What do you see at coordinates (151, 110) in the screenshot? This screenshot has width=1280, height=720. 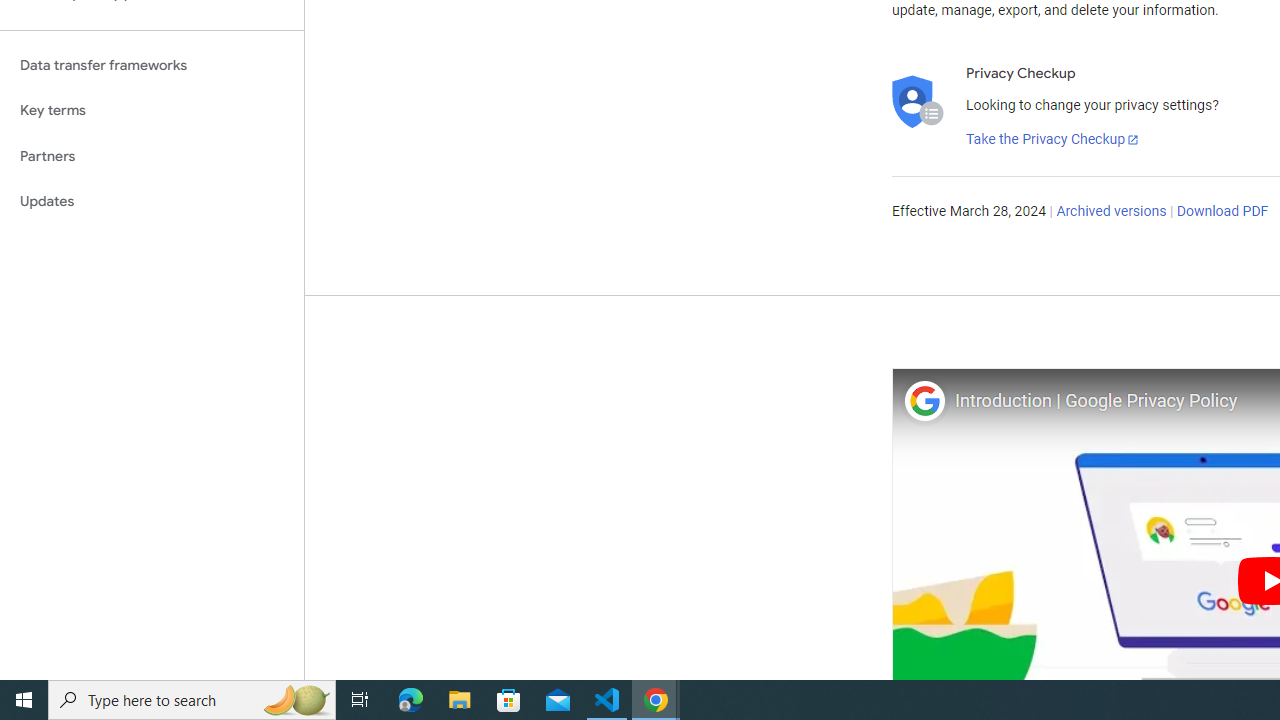 I see `'Key terms'` at bounding box center [151, 110].